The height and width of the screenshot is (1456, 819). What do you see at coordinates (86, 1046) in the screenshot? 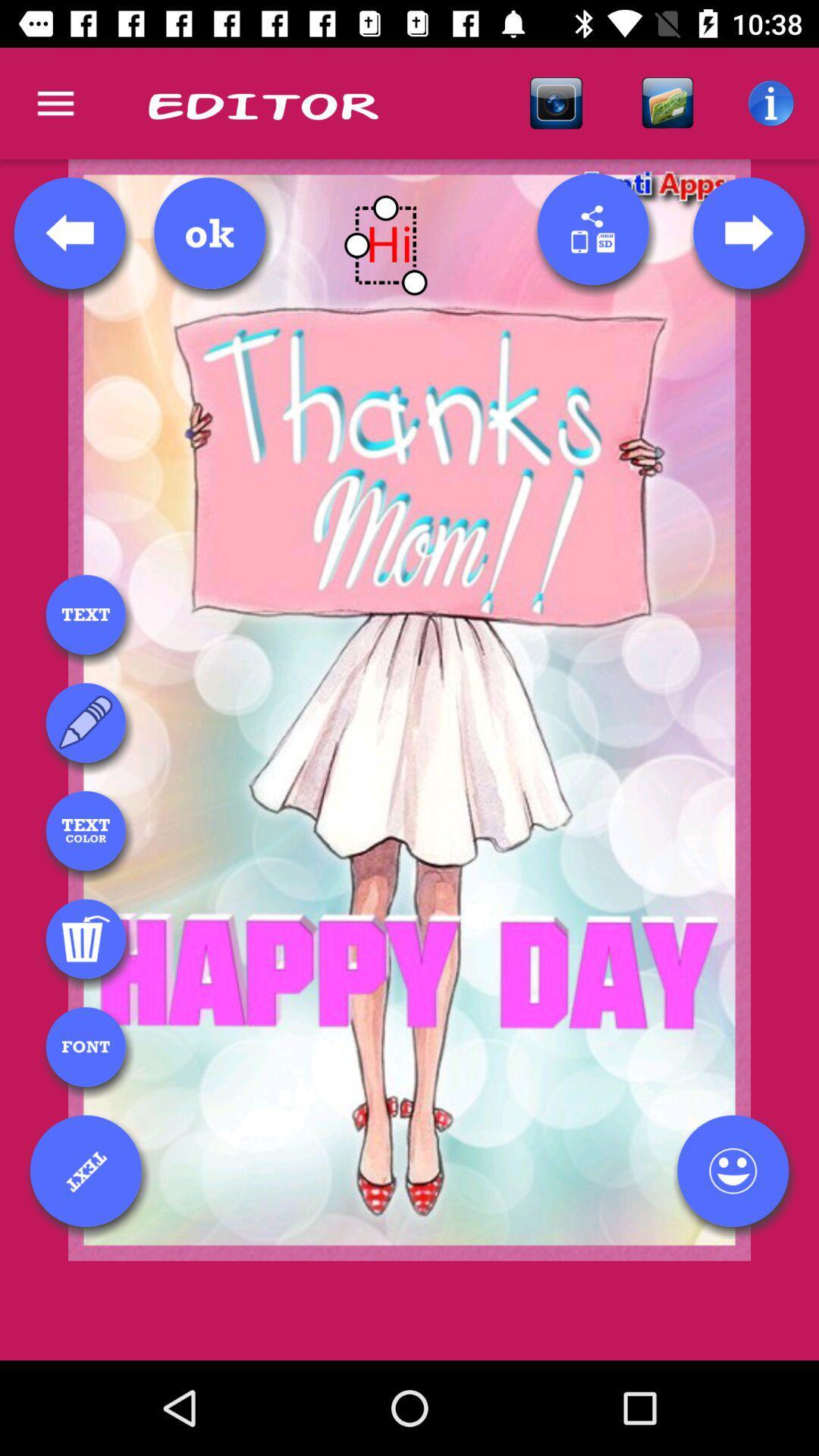
I see `font menu` at bounding box center [86, 1046].